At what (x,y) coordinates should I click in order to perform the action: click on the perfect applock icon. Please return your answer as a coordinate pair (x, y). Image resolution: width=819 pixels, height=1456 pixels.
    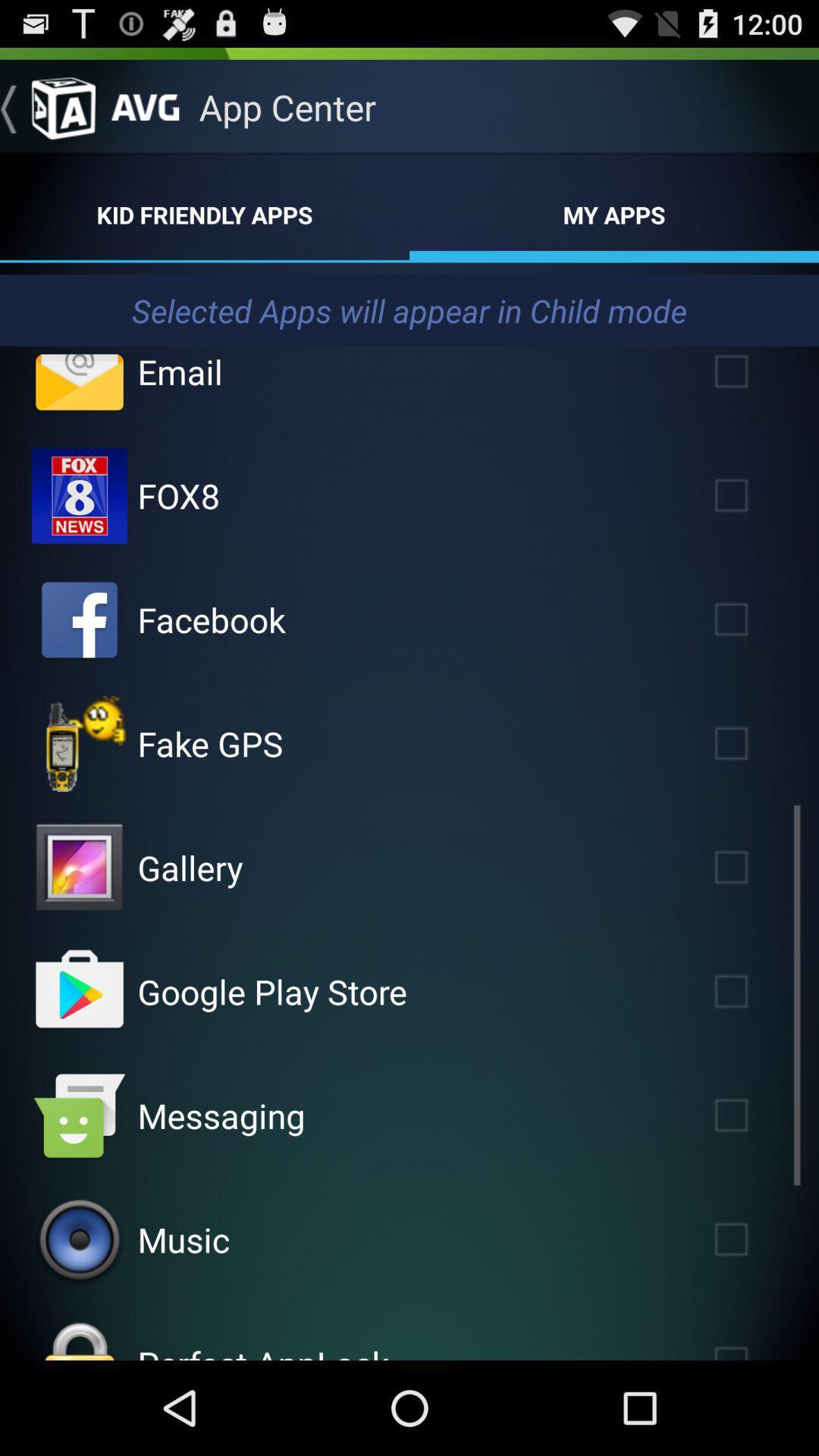
    Looking at the image, I should click on (262, 1350).